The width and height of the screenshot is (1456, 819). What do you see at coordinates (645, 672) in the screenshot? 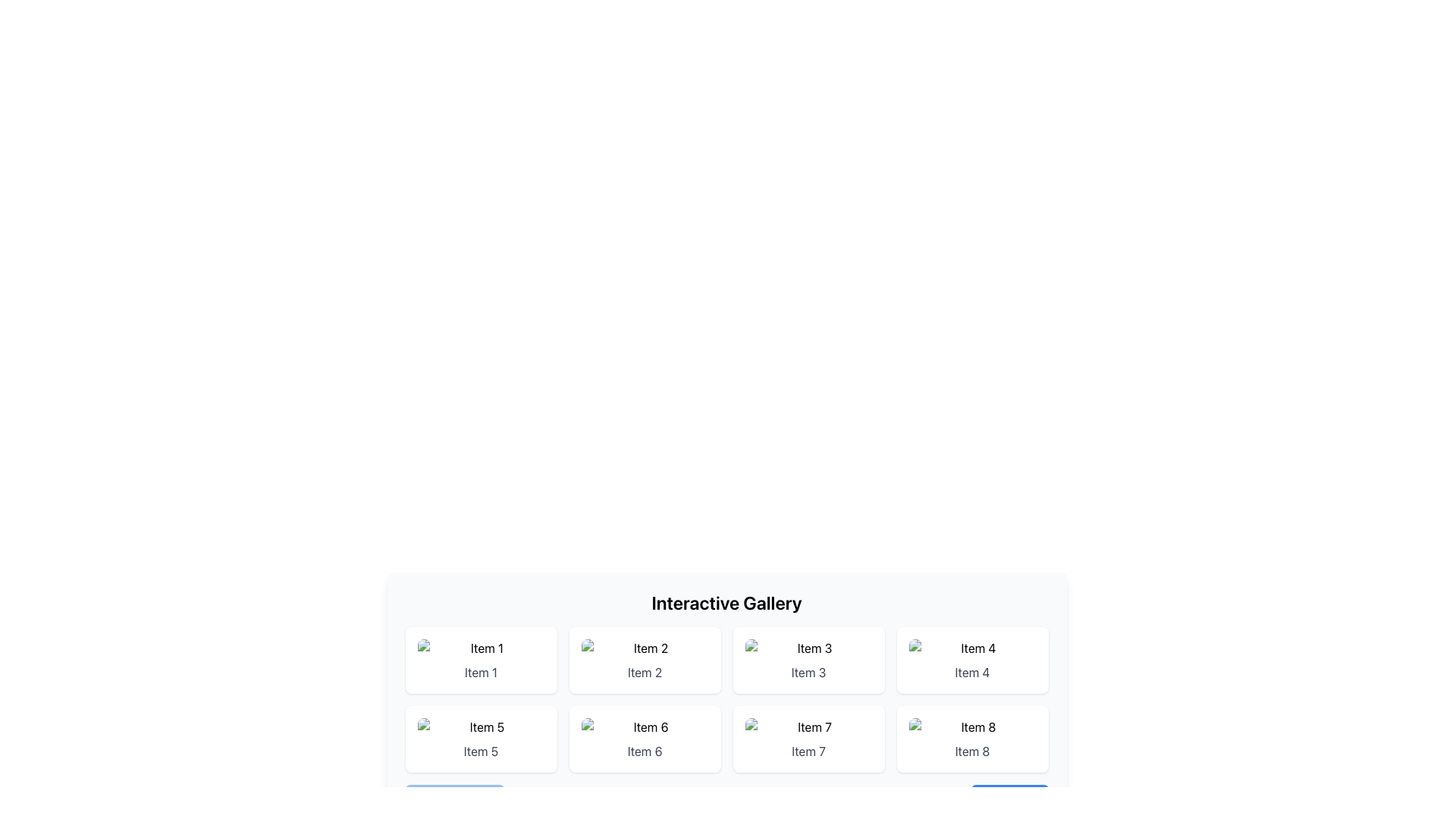
I see `the text label displaying 'Item 2', which is styled with a gray color and is located in the second cell of the top row in the grid layout` at bounding box center [645, 672].